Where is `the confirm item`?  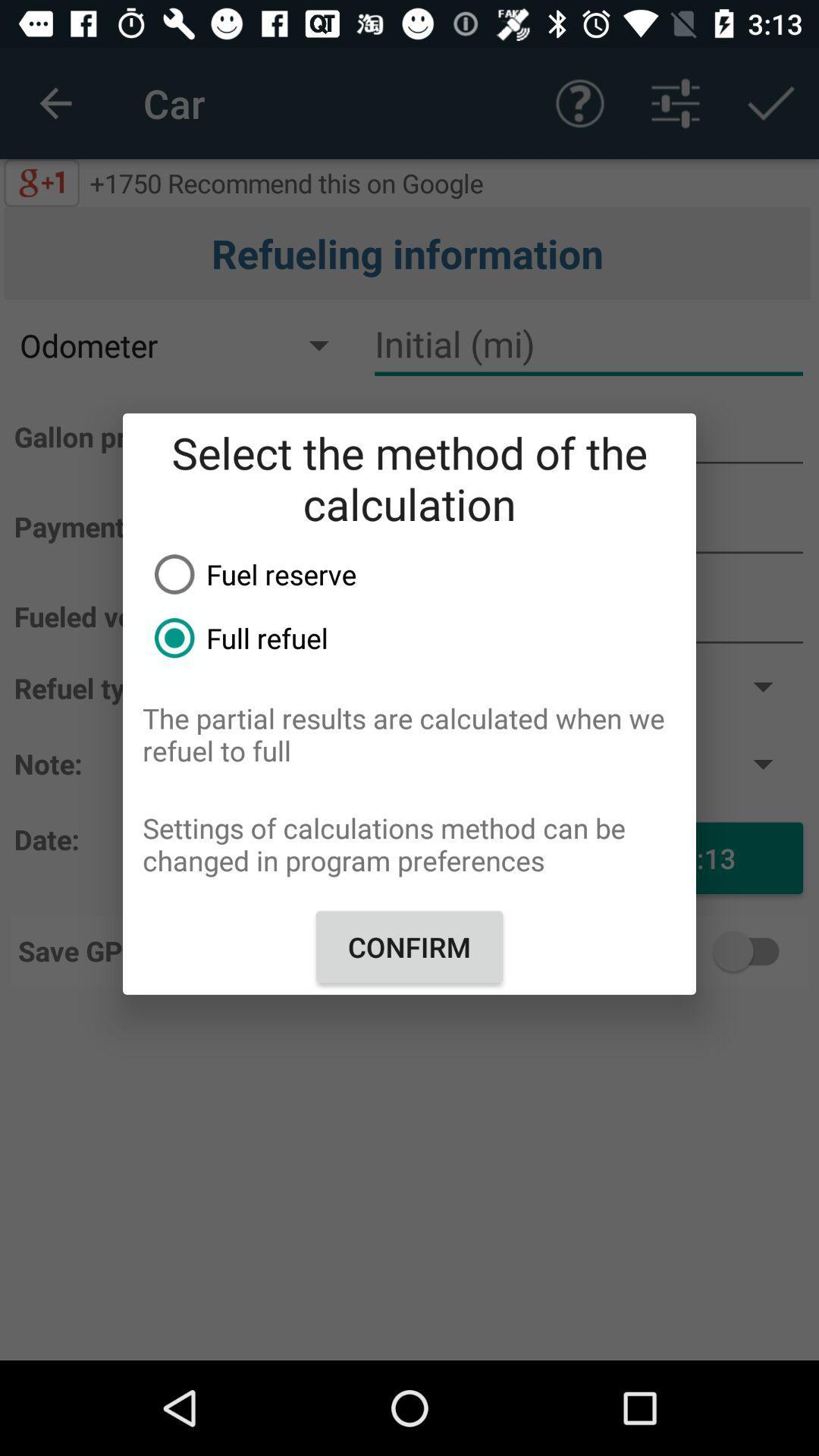 the confirm item is located at coordinates (409, 946).